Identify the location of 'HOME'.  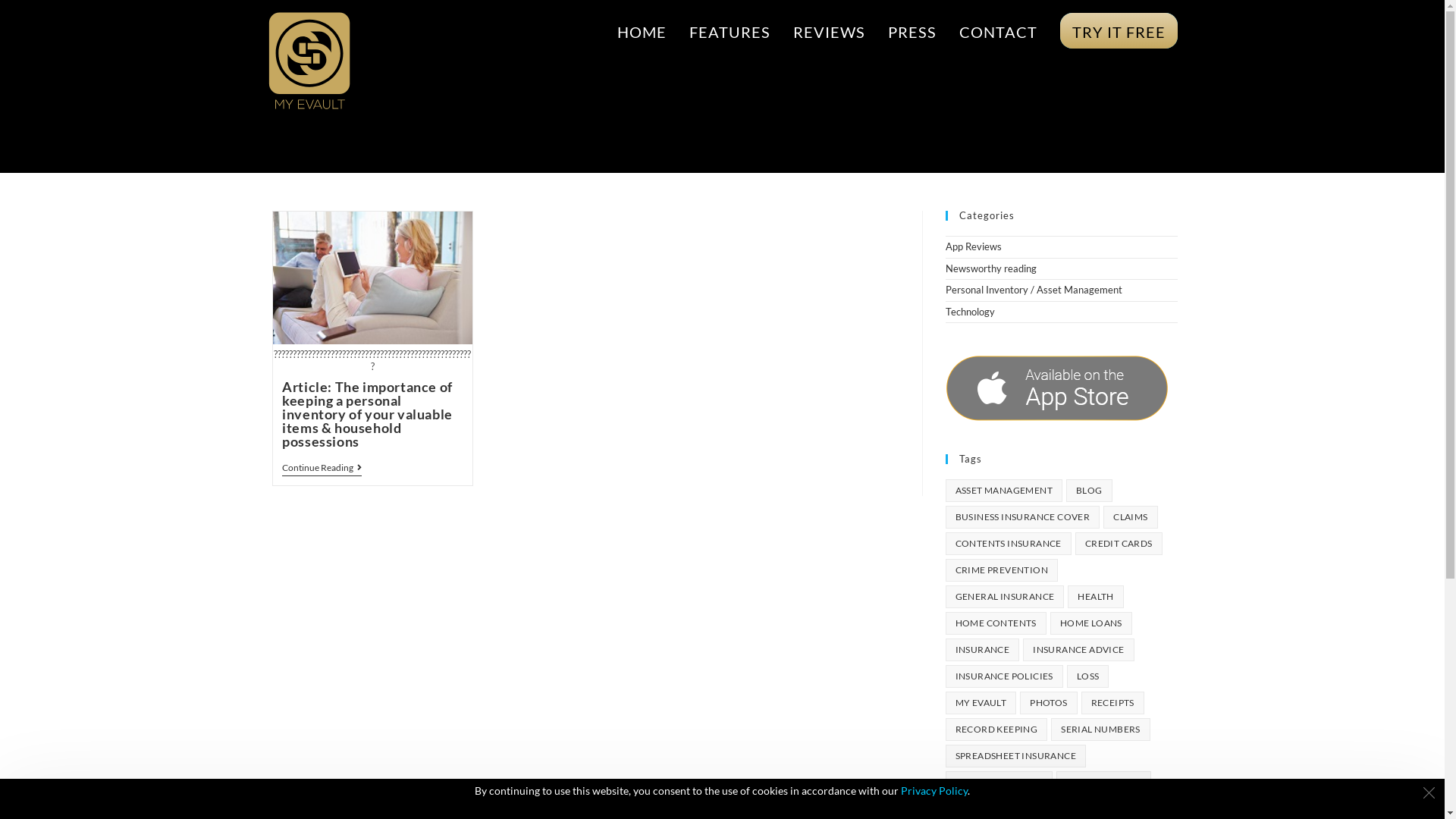
(641, 32).